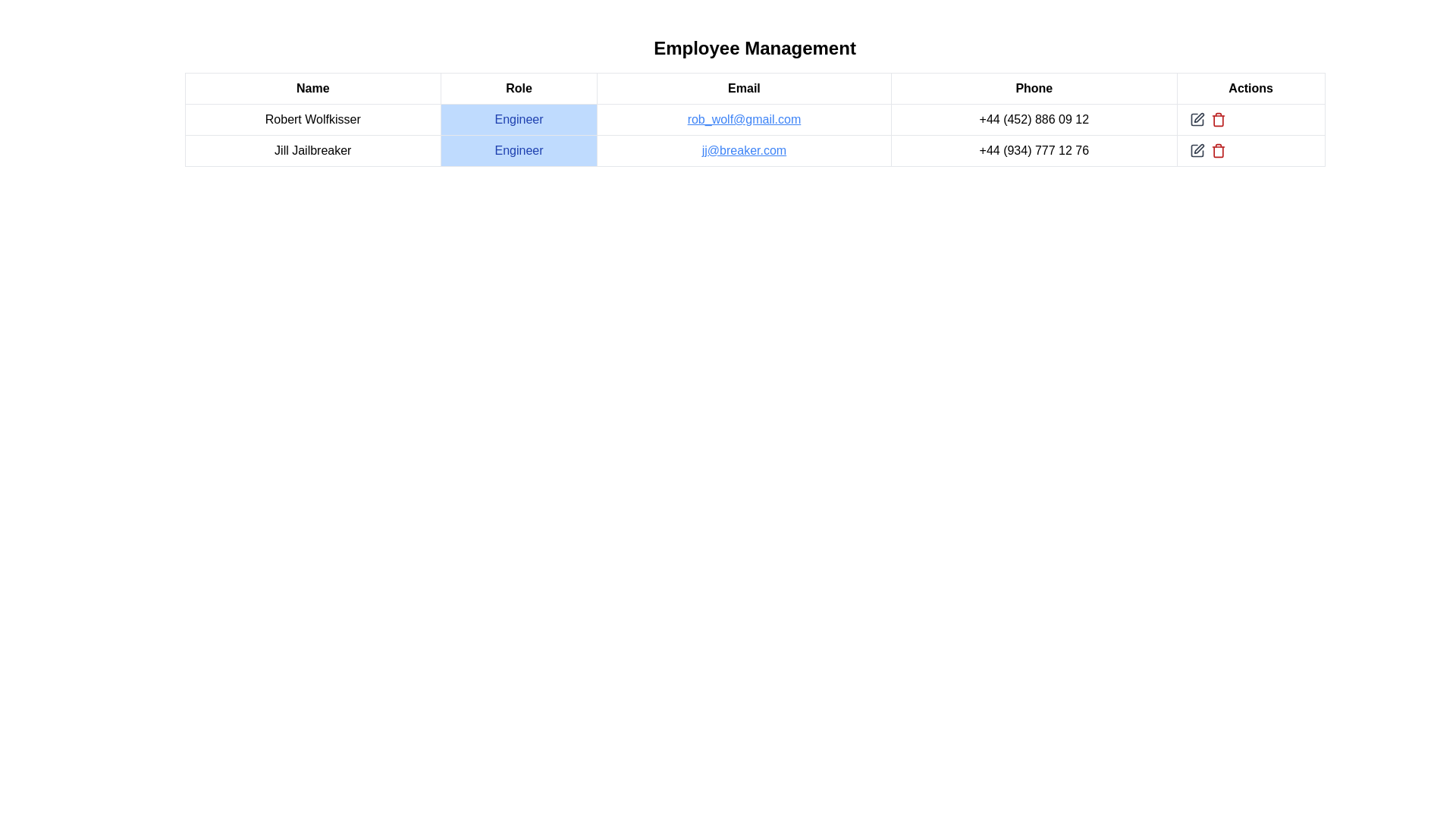  What do you see at coordinates (744, 88) in the screenshot?
I see `the Table Header Cell labeled 'Email', which is the third column in the header row of the table, prominently styled and aligned with other header cells` at bounding box center [744, 88].